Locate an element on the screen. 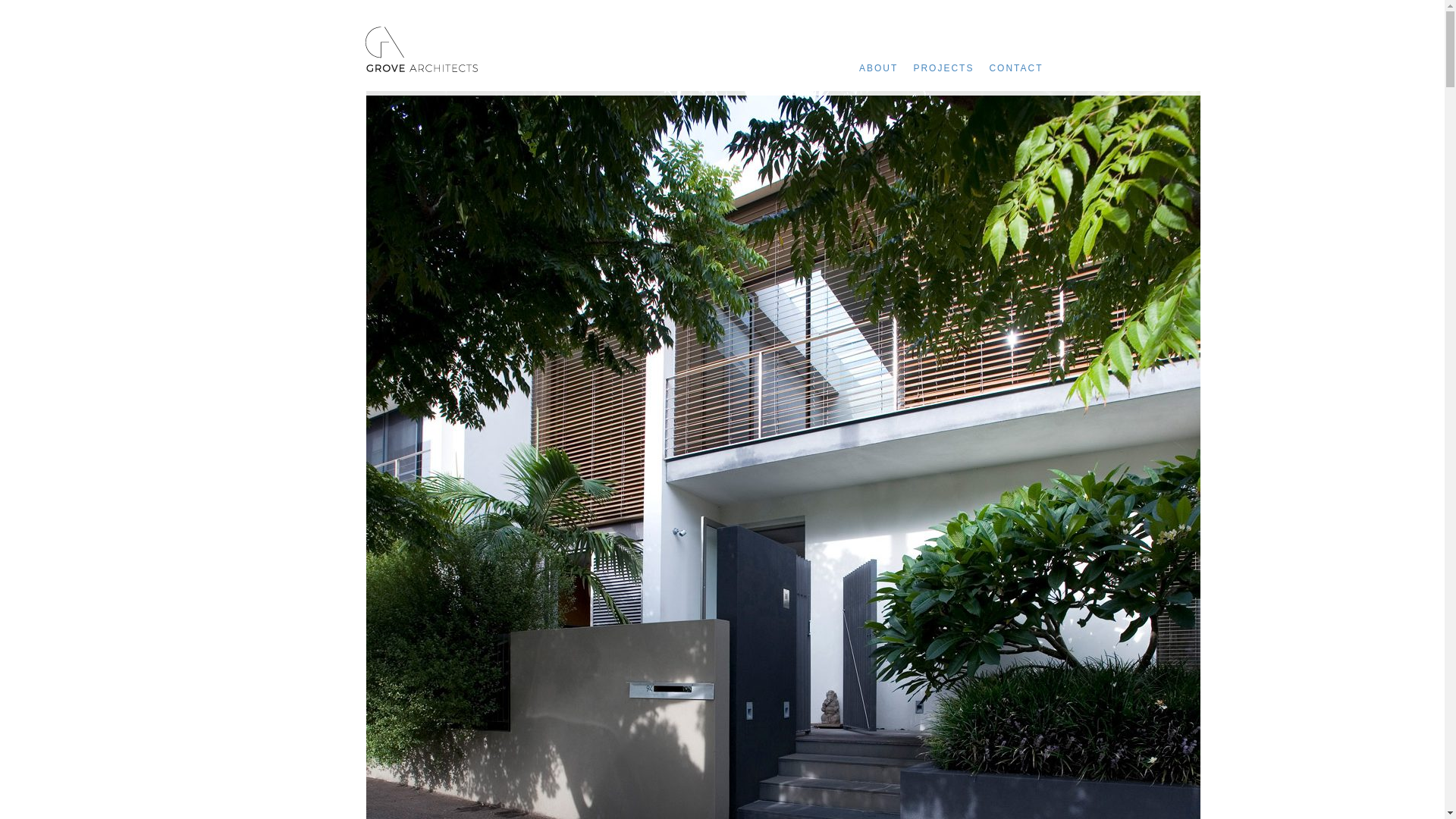  'CONTACT' is located at coordinates (989, 67).